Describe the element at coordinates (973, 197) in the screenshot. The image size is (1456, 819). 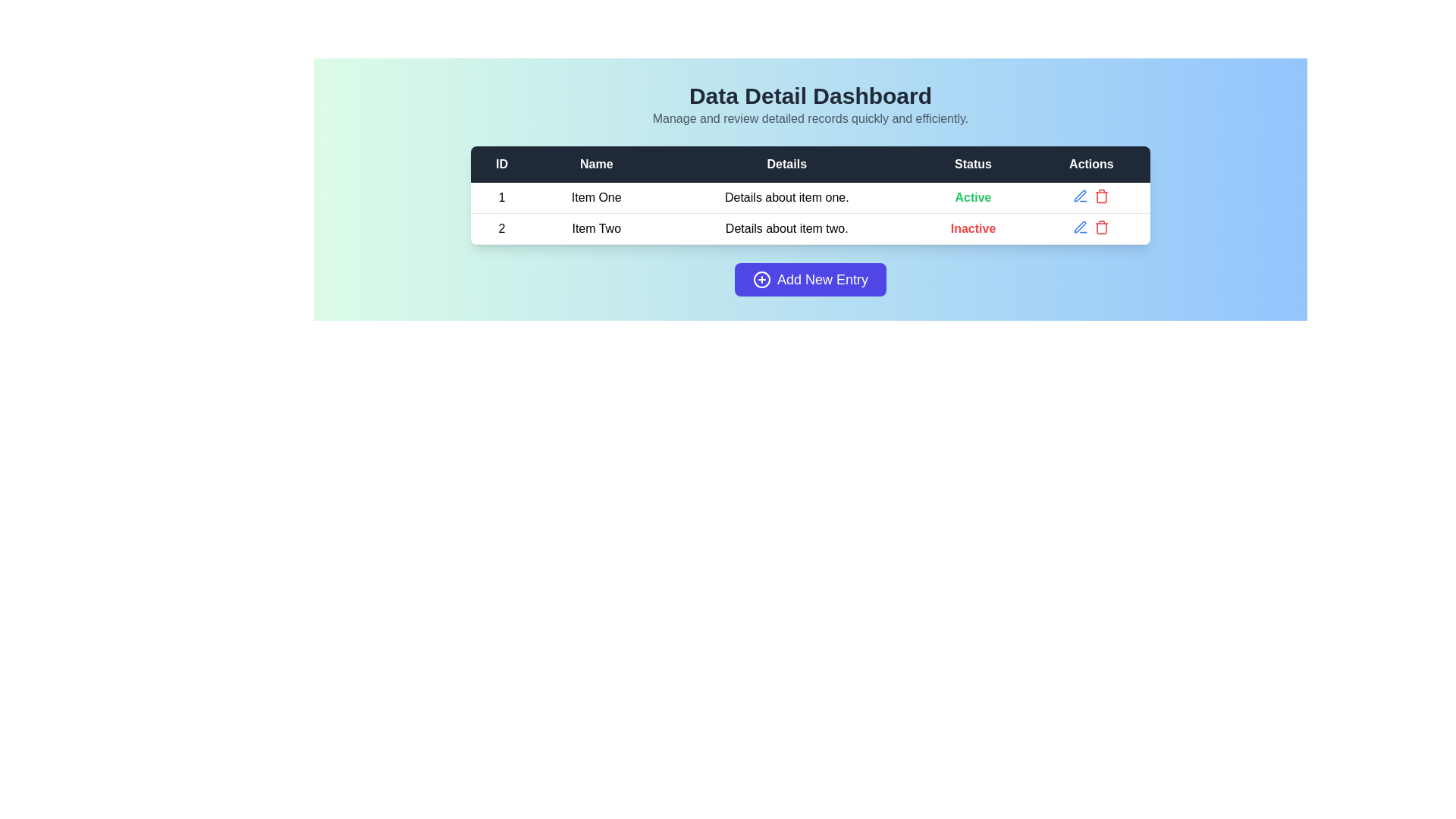
I see `the Text Label indicating the current activity status of the item, which displays 'Active' and is positioned in the status column of the first row of the table` at that location.